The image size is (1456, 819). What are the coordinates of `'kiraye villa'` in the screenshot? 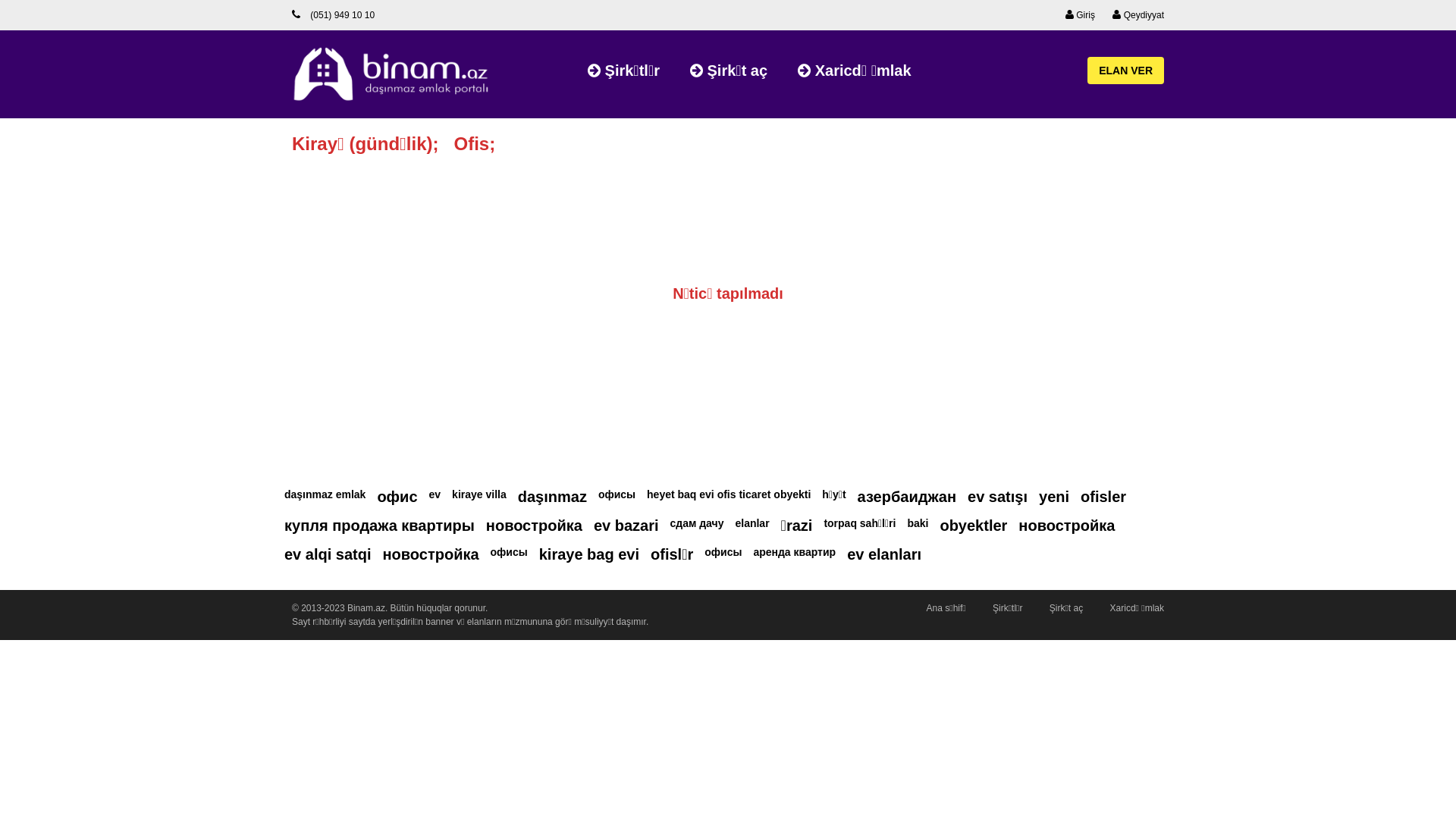 It's located at (479, 494).